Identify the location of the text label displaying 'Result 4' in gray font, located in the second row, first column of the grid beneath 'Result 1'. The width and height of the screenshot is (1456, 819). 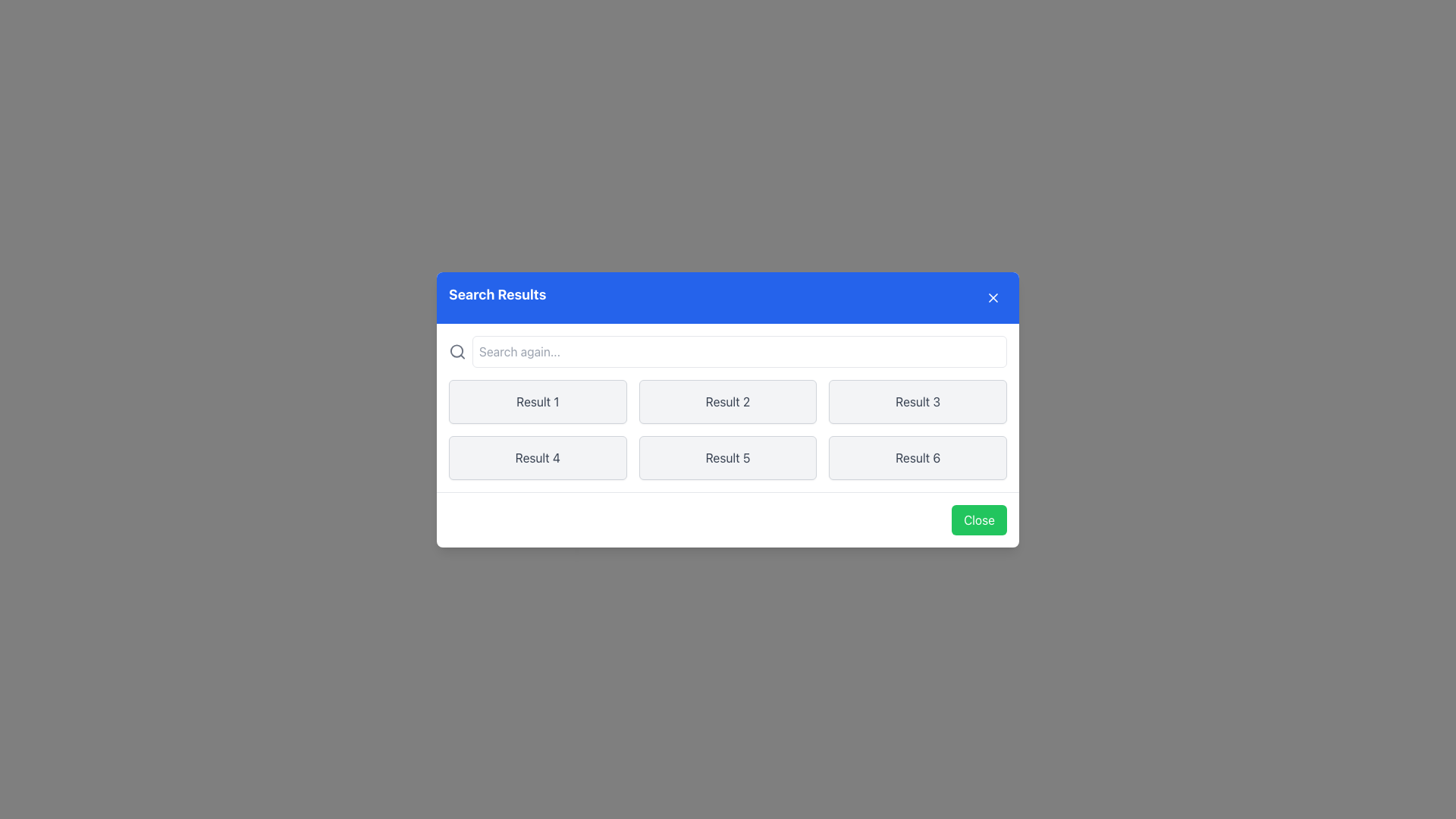
(538, 457).